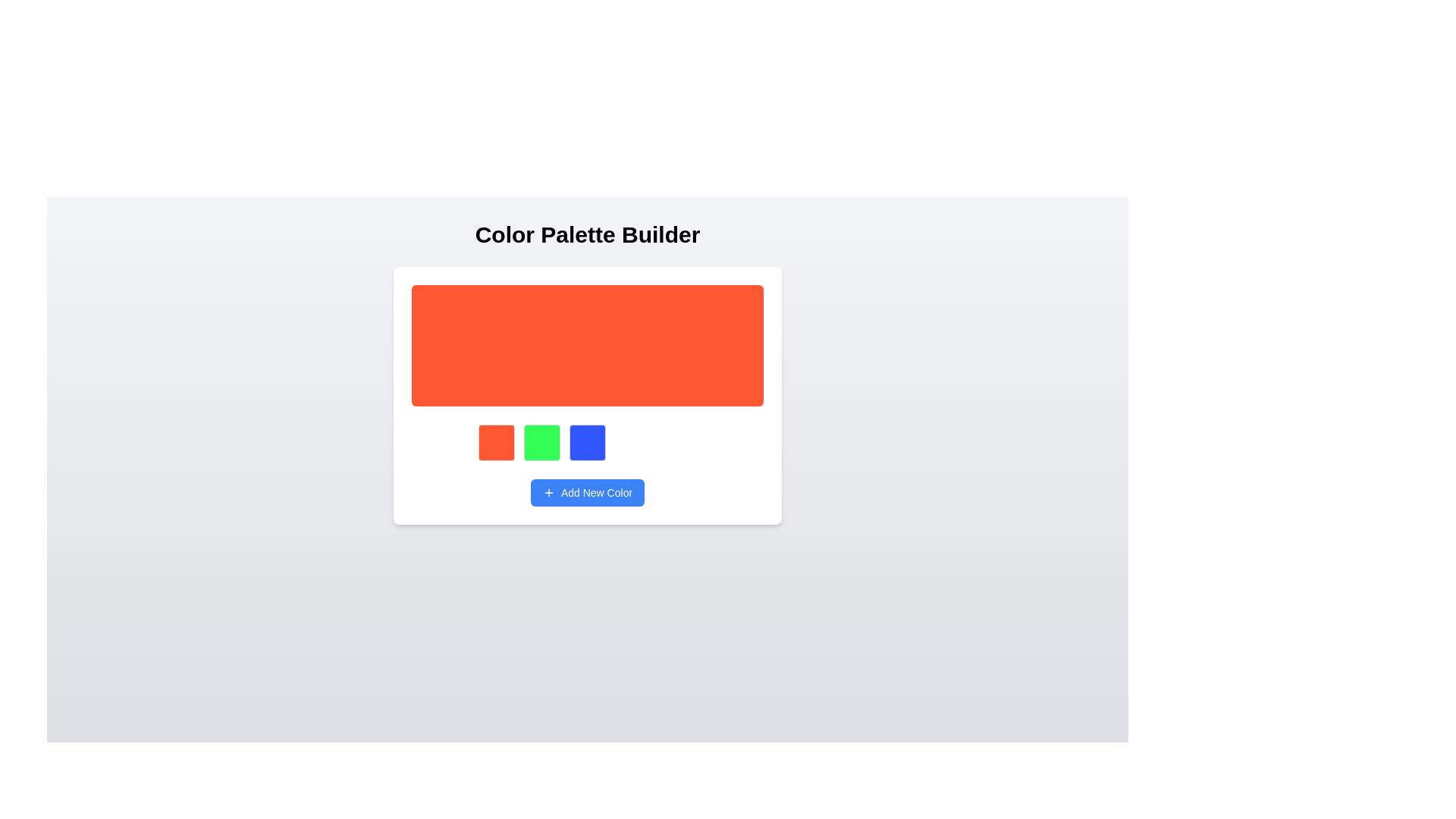 This screenshot has width=1456, height=819. Describe the element at coordinates (586, 442) in the screenshot. I see `the third color selection button` at that location.